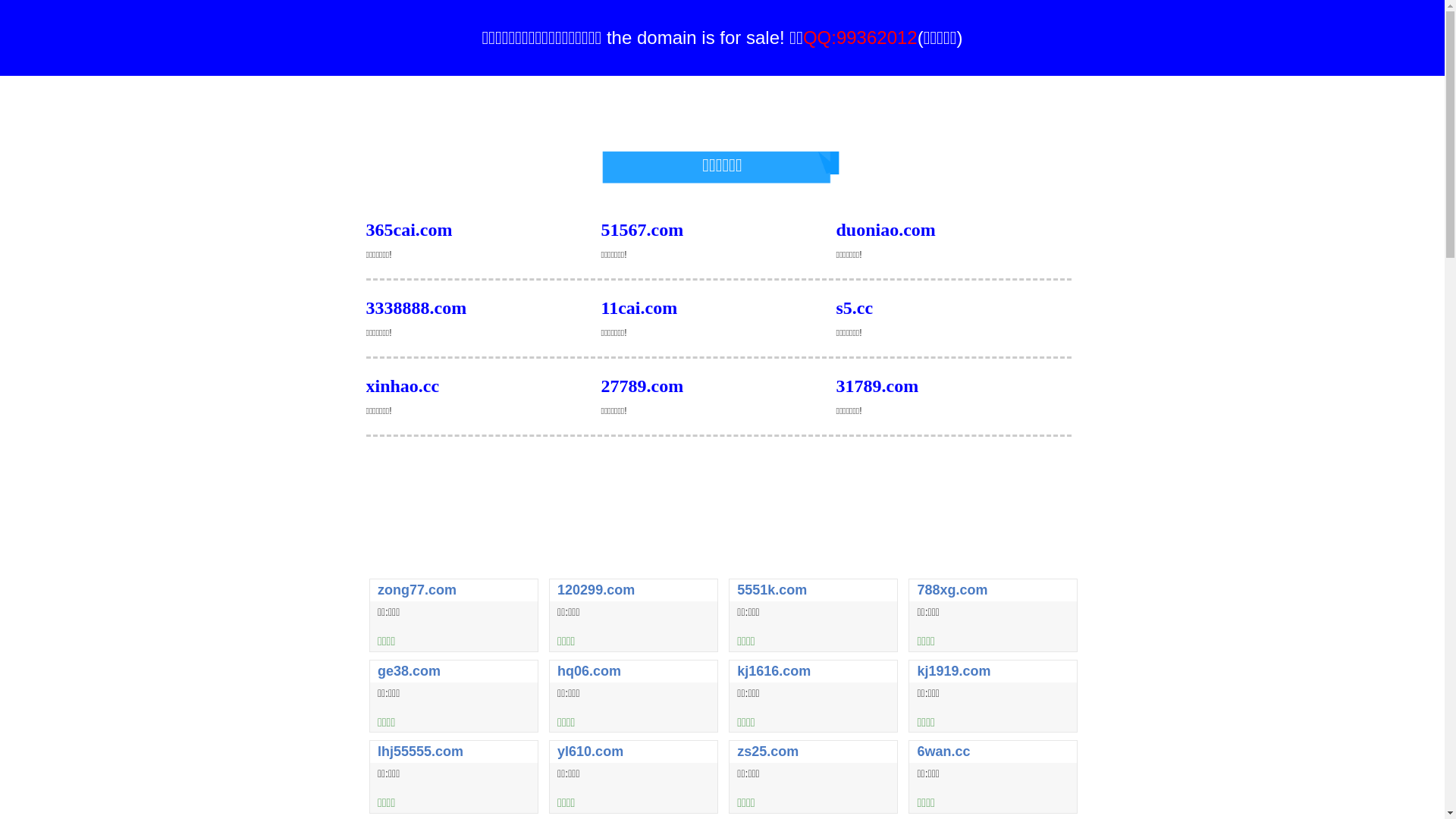  Describe the element at coordinates (720, 475) in the screenshot. I see `'Advertisement'` at that location.